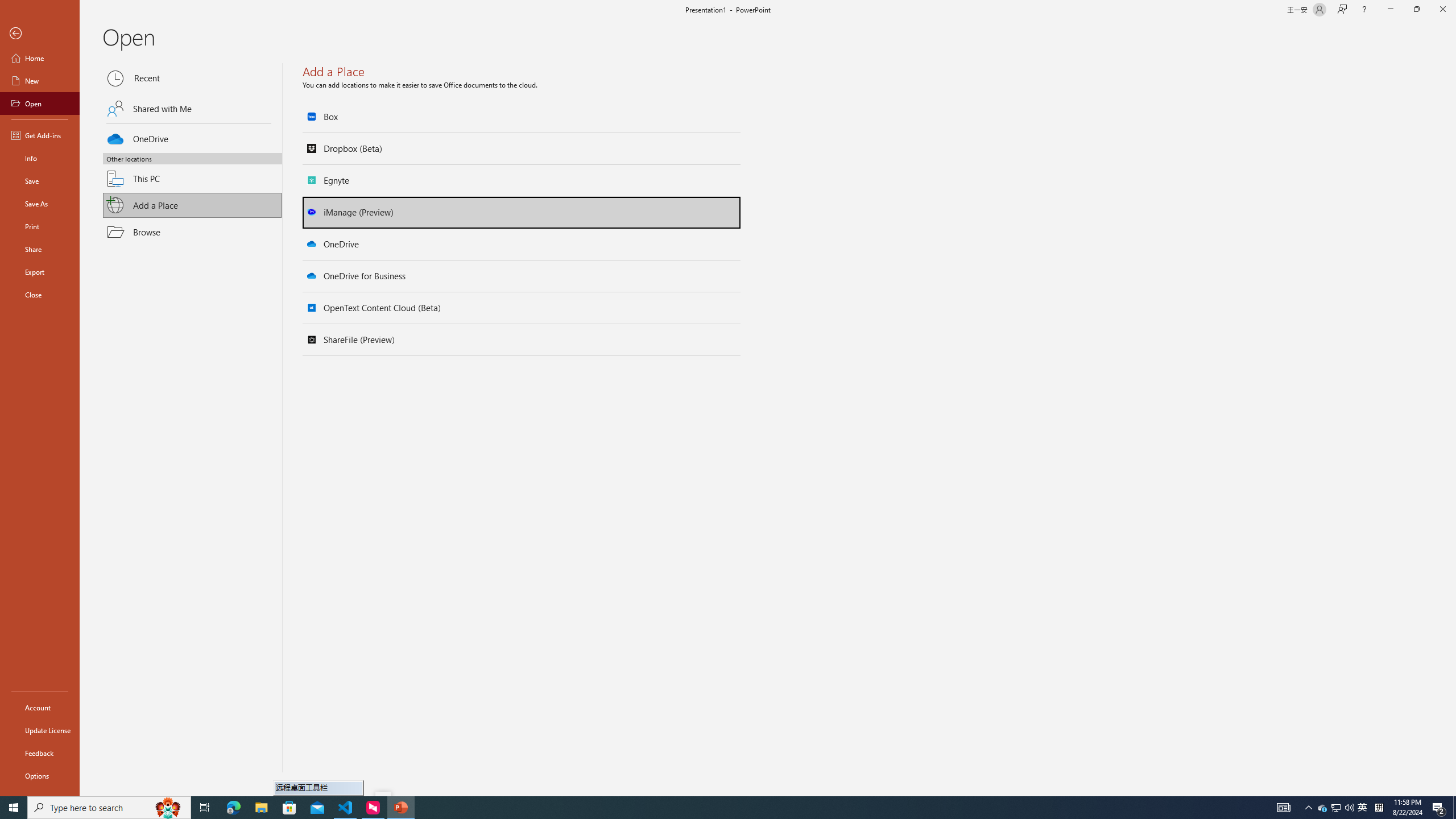 The height and width of the screenshot is (819, 1456). I want to click on 'Options', so click(39, 775).